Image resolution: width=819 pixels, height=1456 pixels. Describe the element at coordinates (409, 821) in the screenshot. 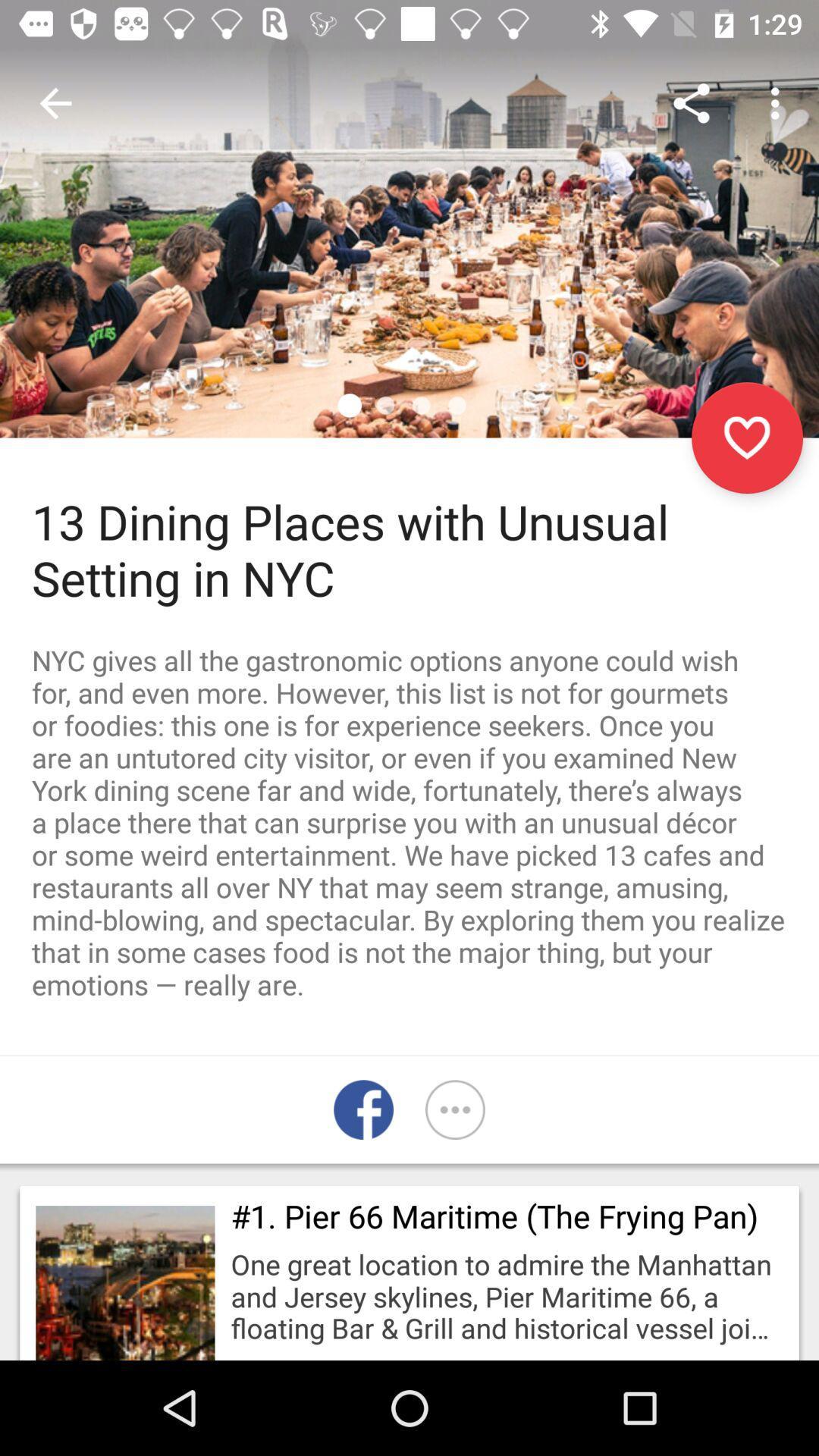

I see `the nyc gives all item` at that location.